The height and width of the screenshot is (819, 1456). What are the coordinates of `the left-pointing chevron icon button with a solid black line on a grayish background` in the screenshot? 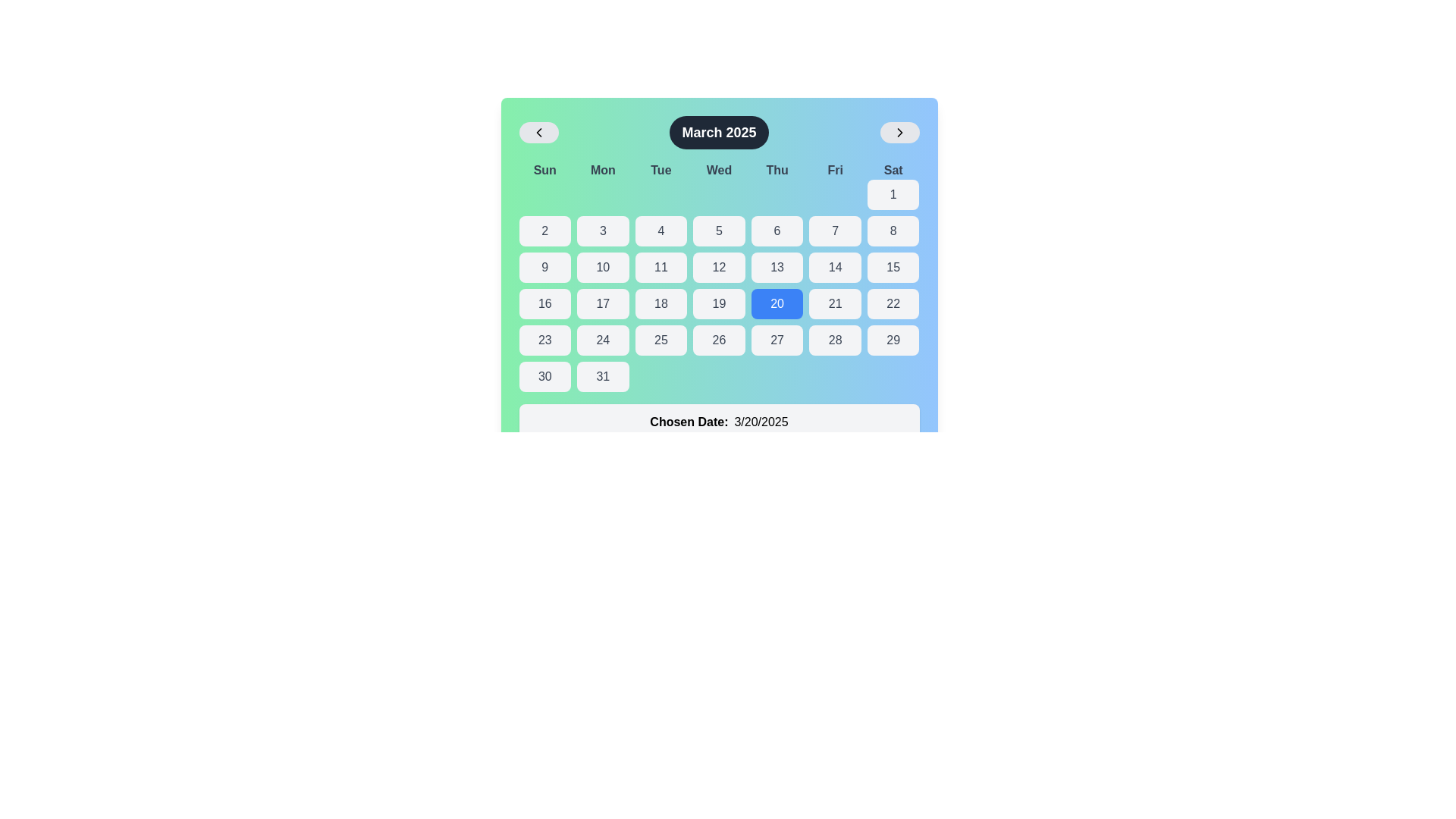 It's located at (538, 131).